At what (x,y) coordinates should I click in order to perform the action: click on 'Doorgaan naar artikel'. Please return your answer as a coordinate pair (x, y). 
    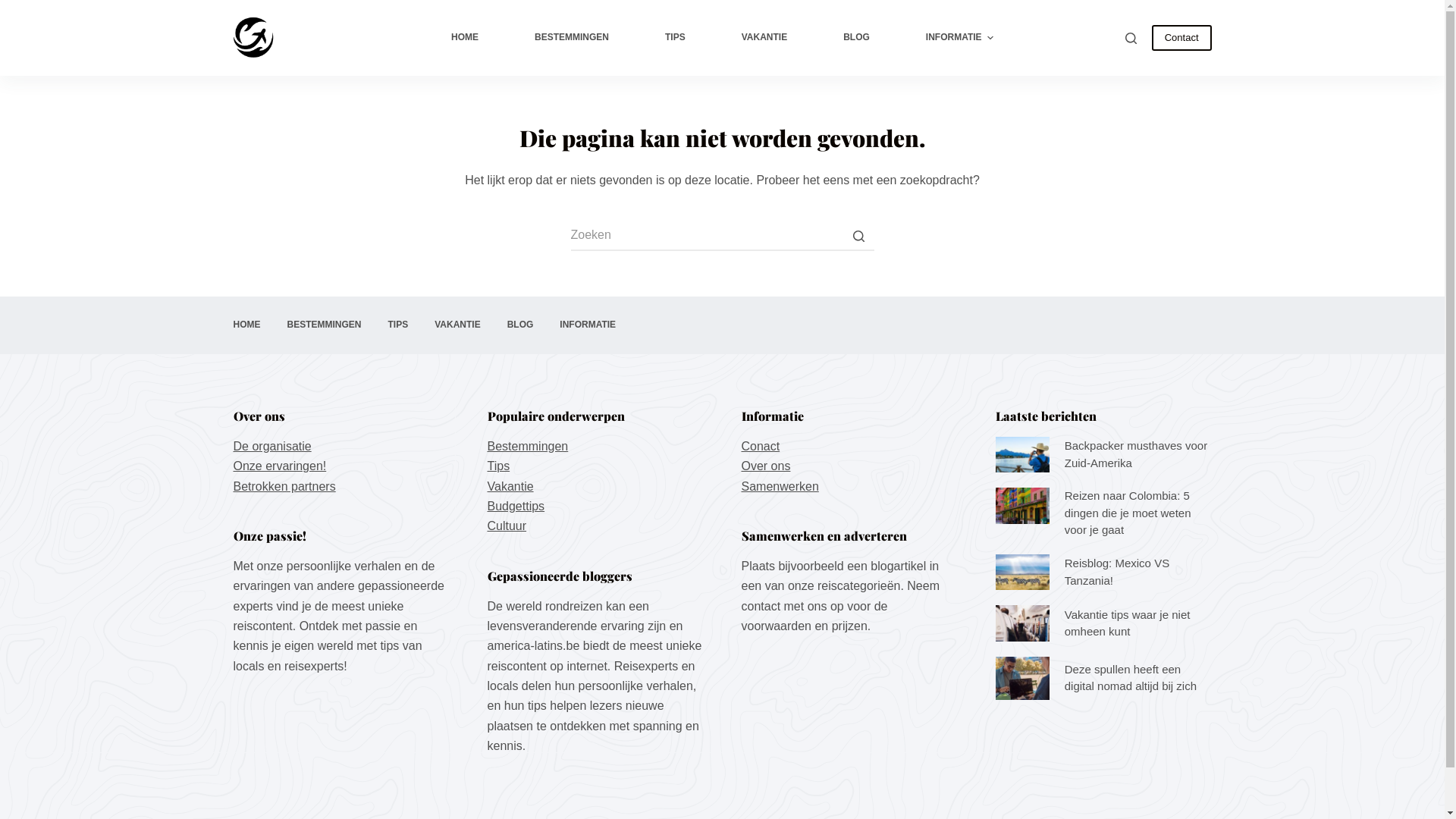
    Looking at the image, I should click on (0, 8).